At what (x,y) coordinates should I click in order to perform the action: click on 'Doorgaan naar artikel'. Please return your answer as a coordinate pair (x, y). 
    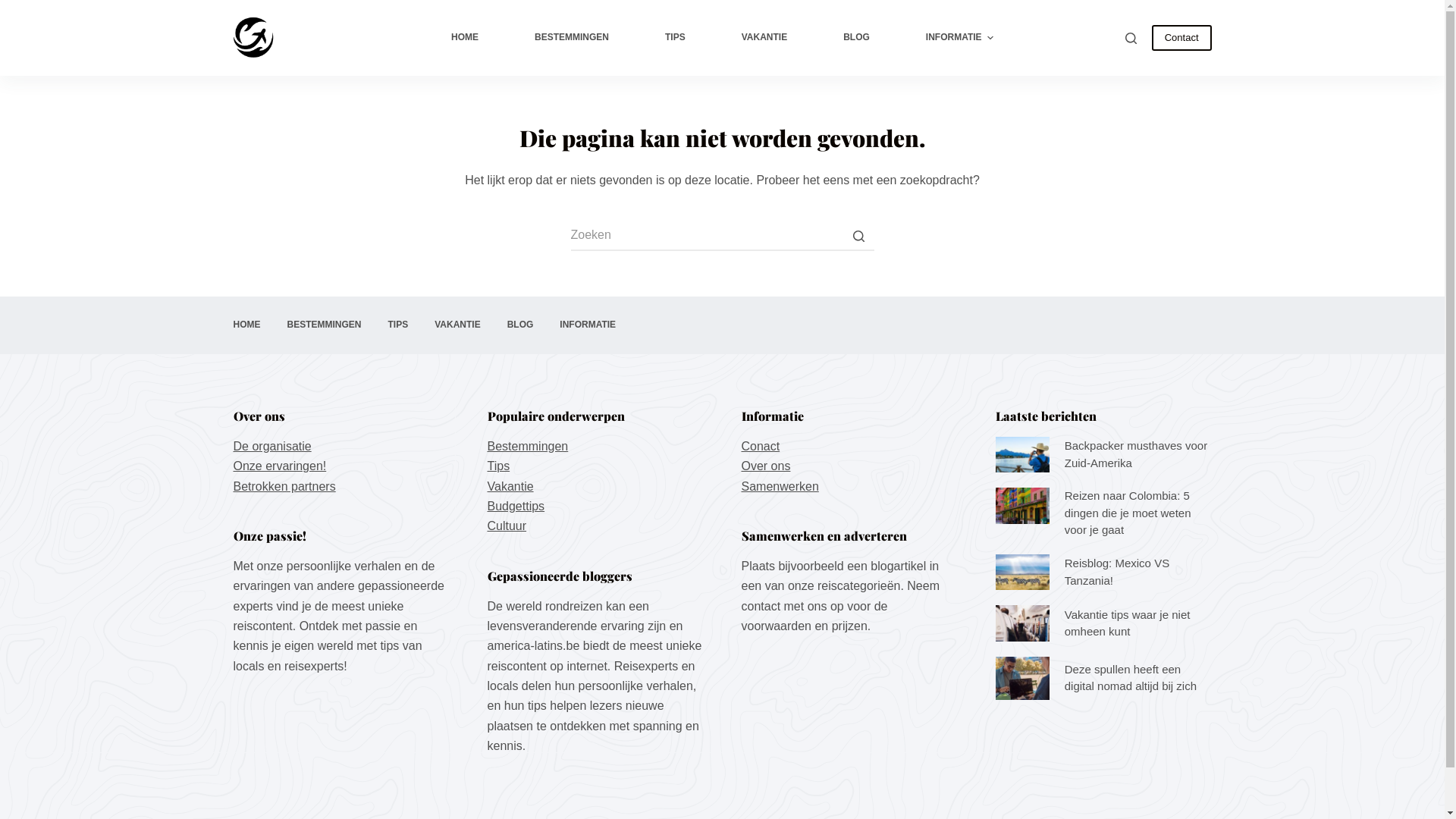
    Looking at the image, I should click on (0, 8).